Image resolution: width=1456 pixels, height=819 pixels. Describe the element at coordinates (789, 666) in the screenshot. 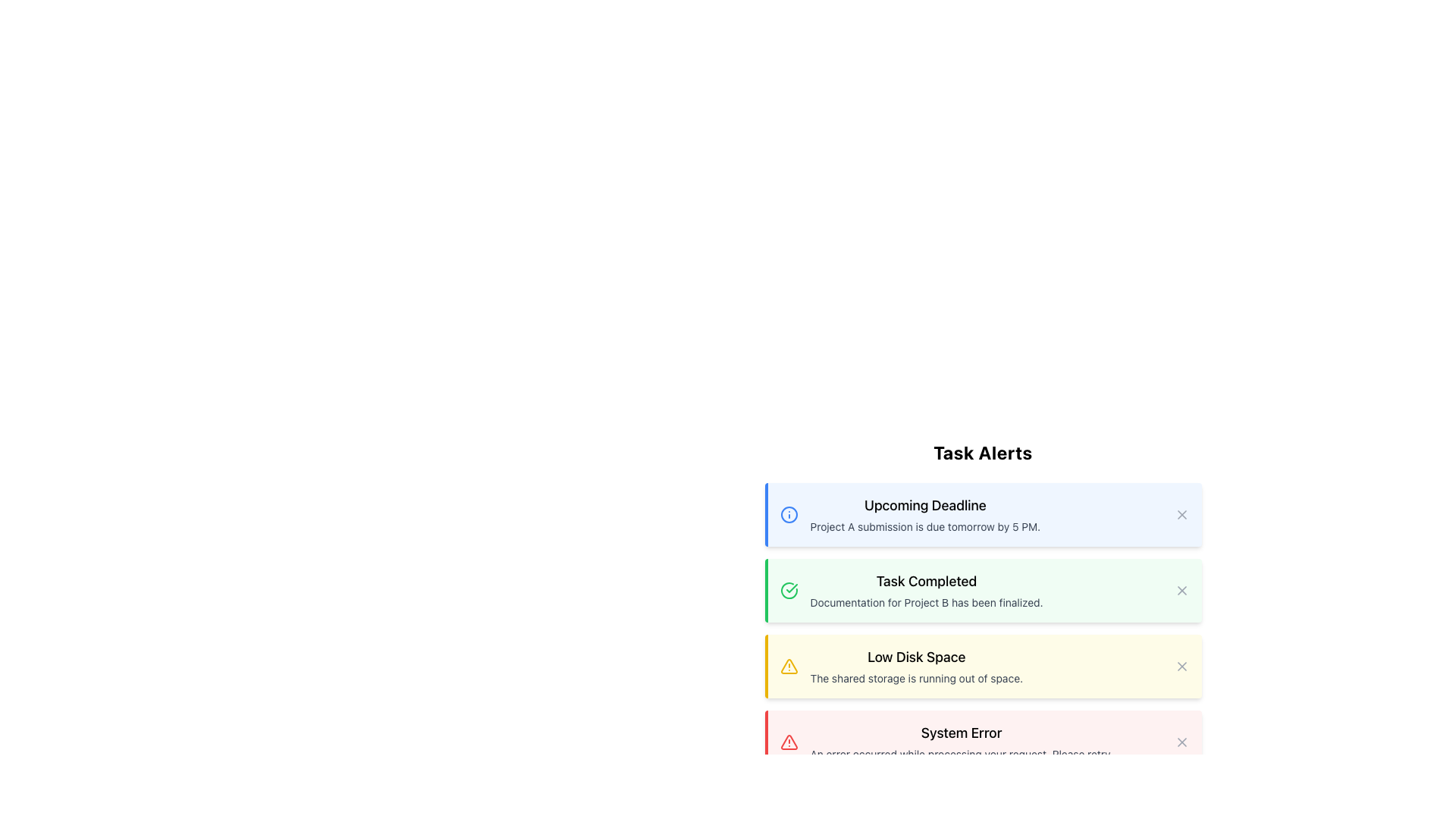

I see `the triangle warning icon located on the left side of the yellow 'Low Disk Space' alert box, which is the third alert down from the 'Task Alerts' header` at that location.